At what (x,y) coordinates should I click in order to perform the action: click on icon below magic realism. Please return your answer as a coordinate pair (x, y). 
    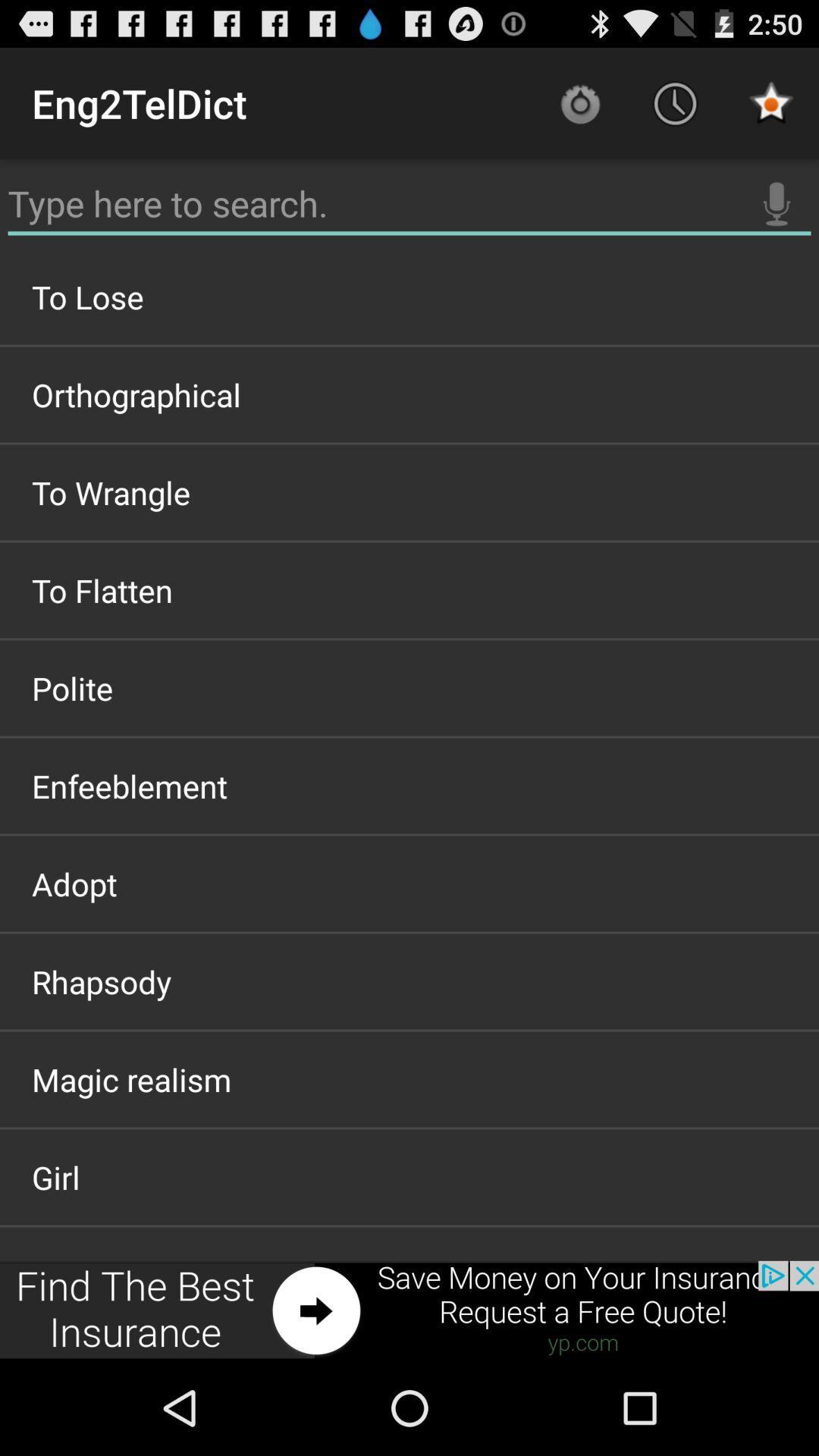
    Looking at the image, I should click on (409, 1176).